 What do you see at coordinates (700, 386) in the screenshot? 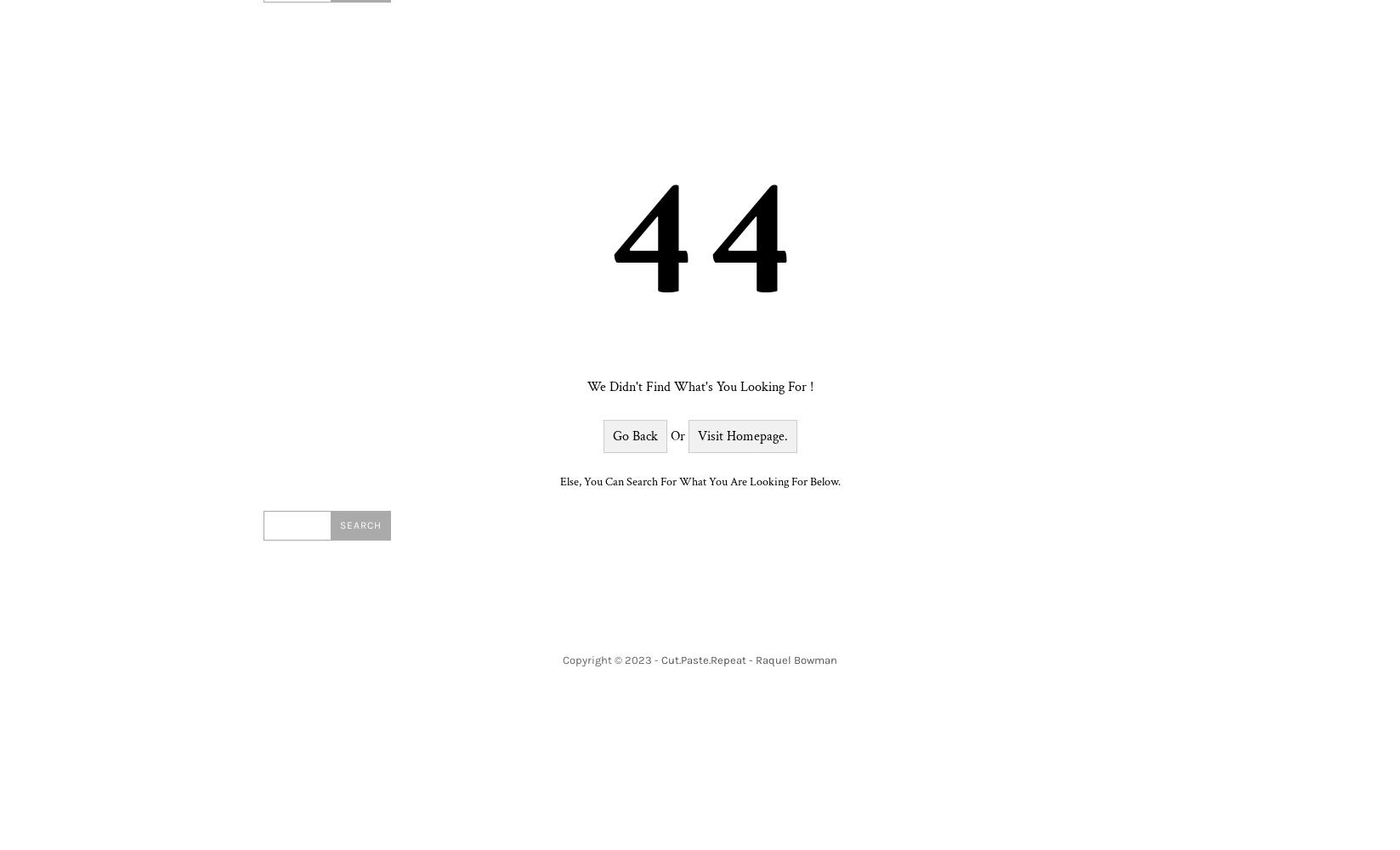
I see `'We didn't find what's you looking for !'` at bounding box center [700, 386].